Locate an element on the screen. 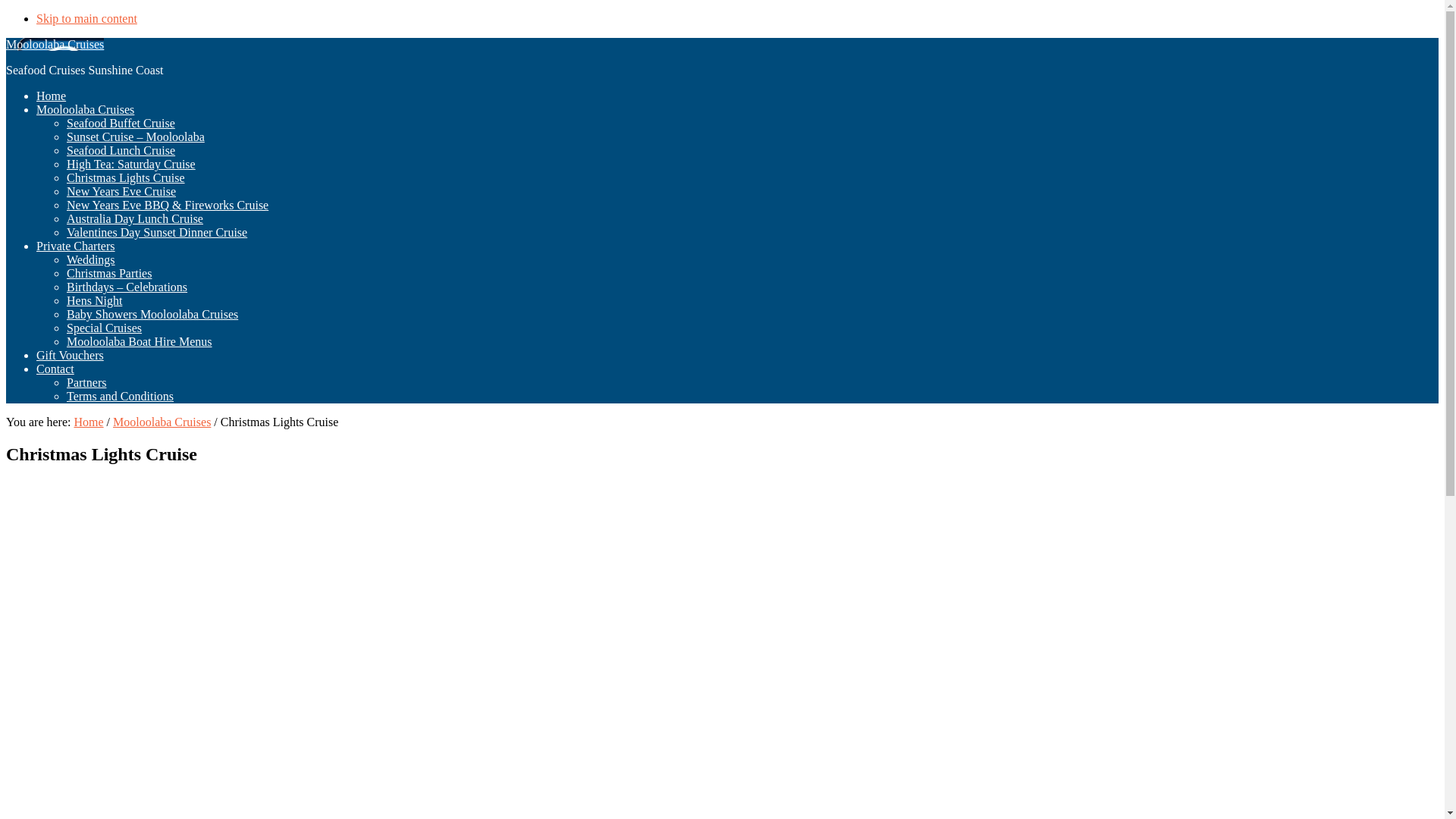 Image resolution: width=1456 pixels, height=819 pixels. 'Mooloolaba Cruises' is located at coordinates (55, 43).